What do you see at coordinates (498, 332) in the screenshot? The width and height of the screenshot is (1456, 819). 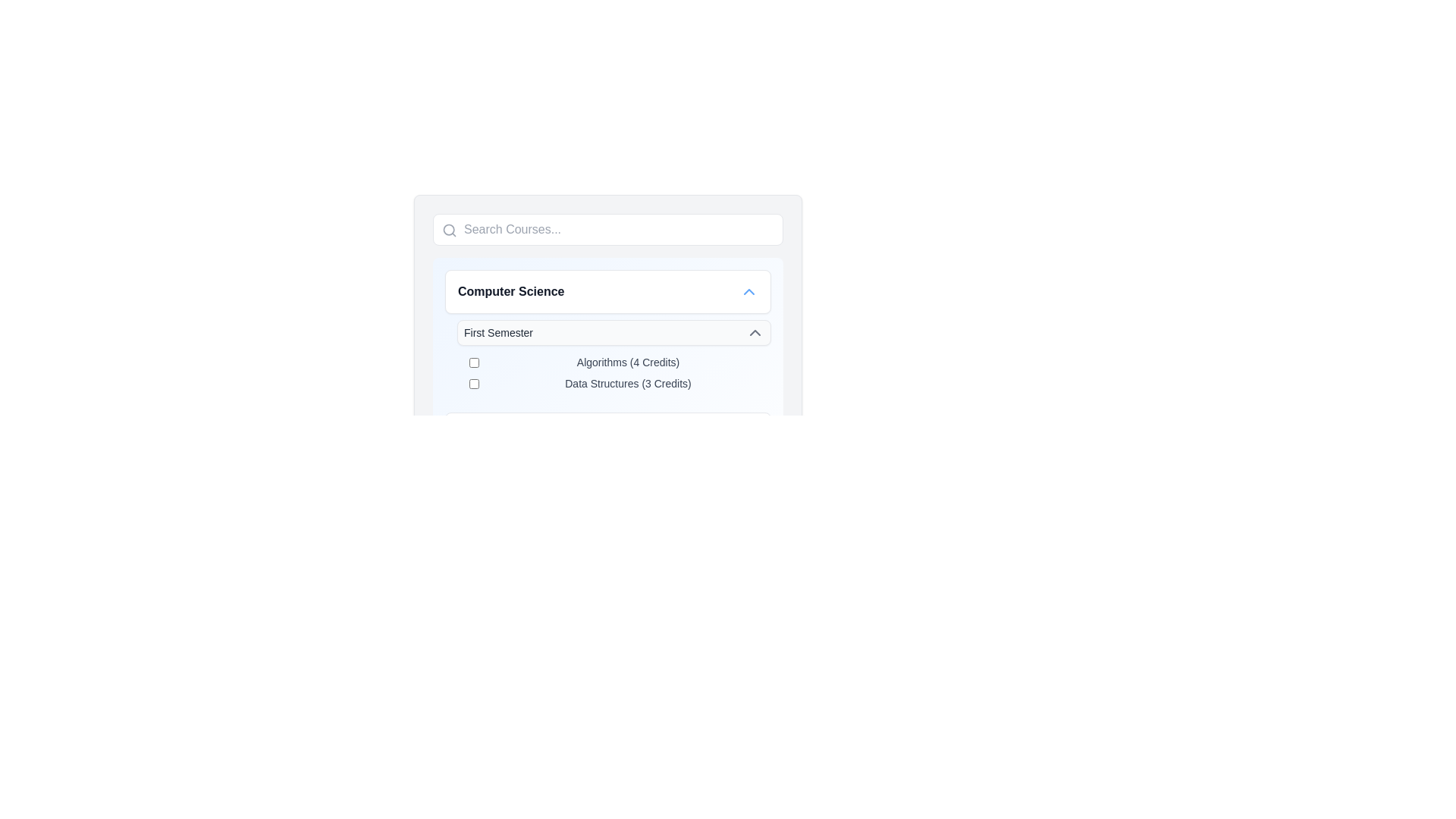 I see `the static text label that serves as a title for the collapsible section located below the heading 'Computer Science' and above a list of course options` at bounding box center [498, 332].